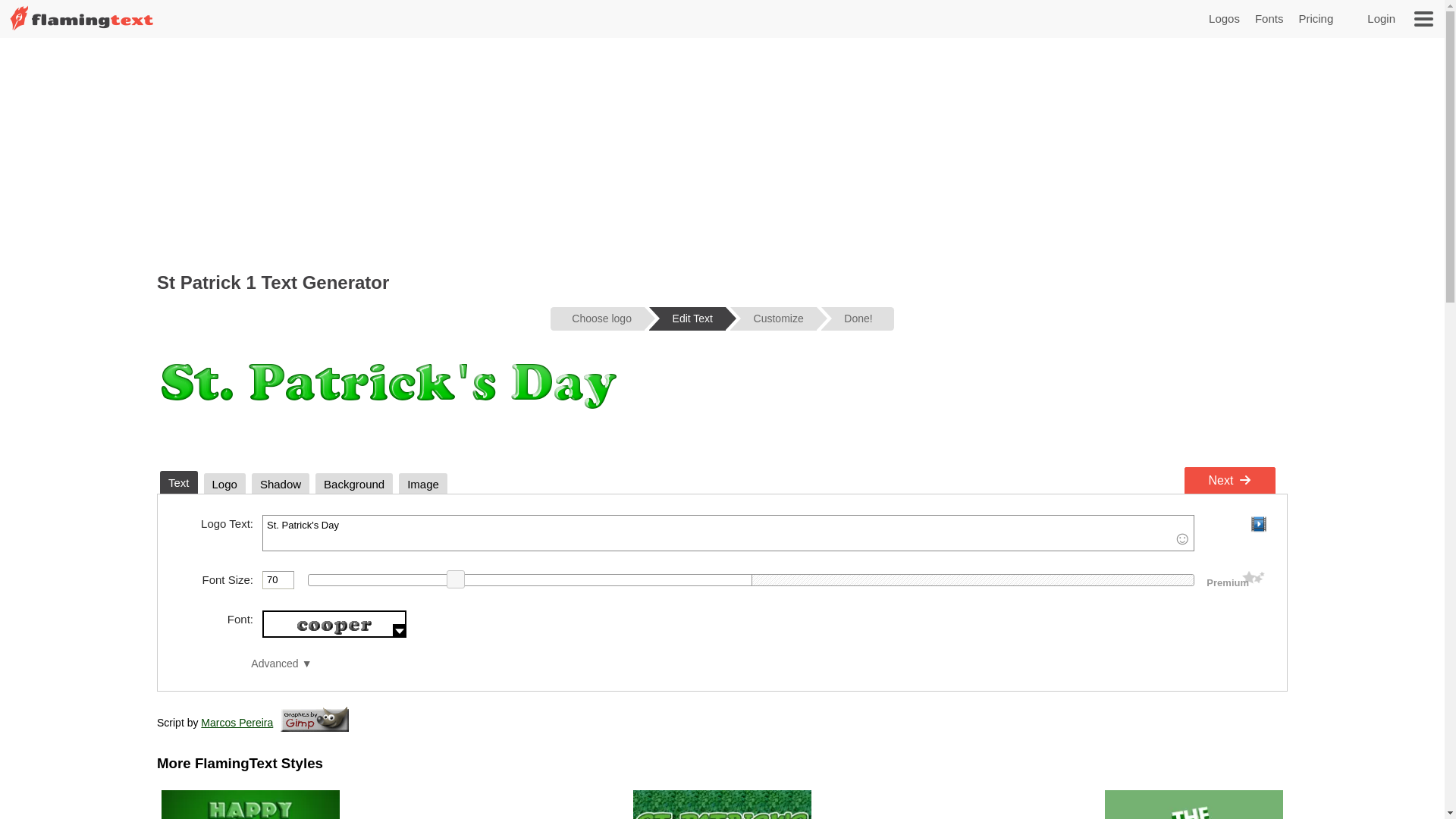 The height and width of the screenshot is (819, 1456). What do you see at coordinates (1224, 18) in the screenshot?
I see `'Logos'` at bounding box center [1224, 18].